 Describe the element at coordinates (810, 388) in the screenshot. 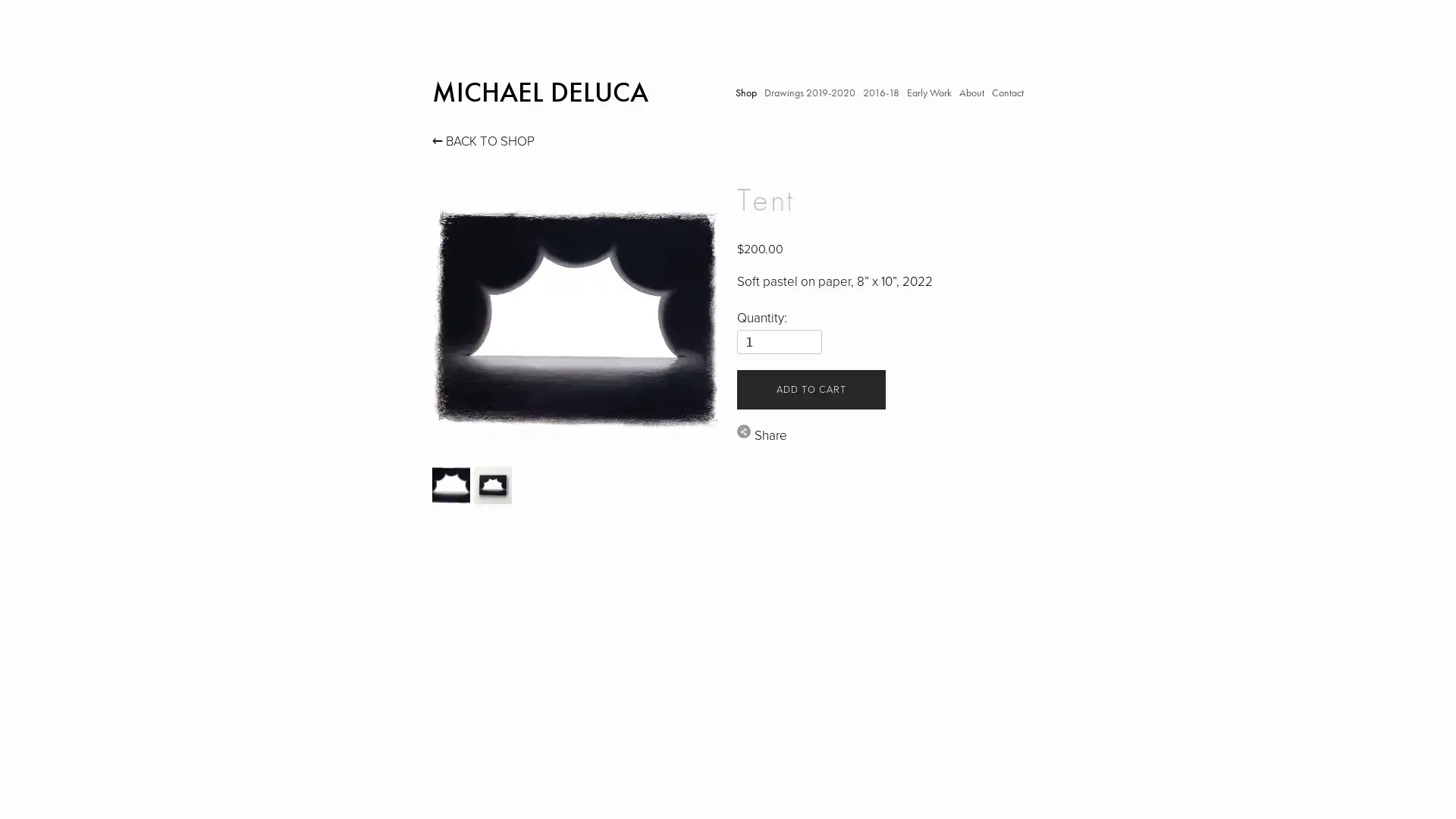

I see `ADD TO CART` at that location.